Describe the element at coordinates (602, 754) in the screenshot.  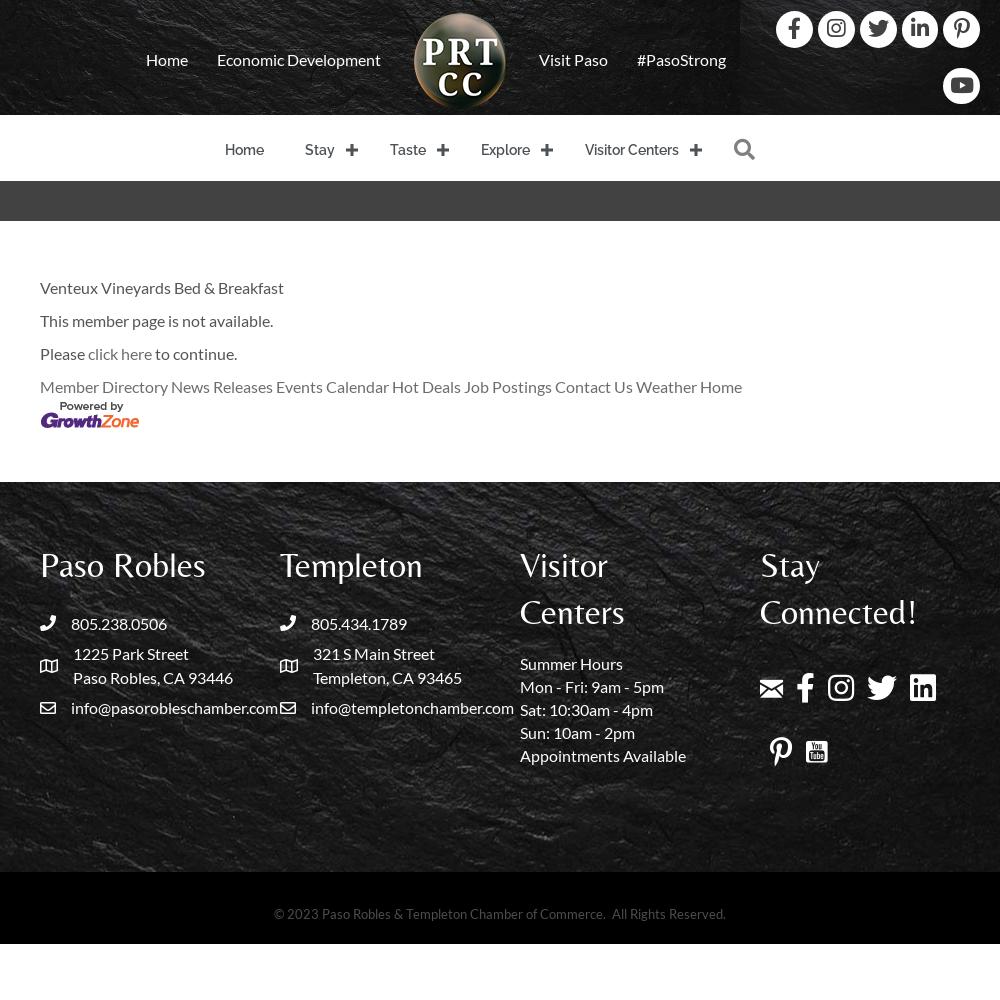
I see `'Appointments Available'` at that location.